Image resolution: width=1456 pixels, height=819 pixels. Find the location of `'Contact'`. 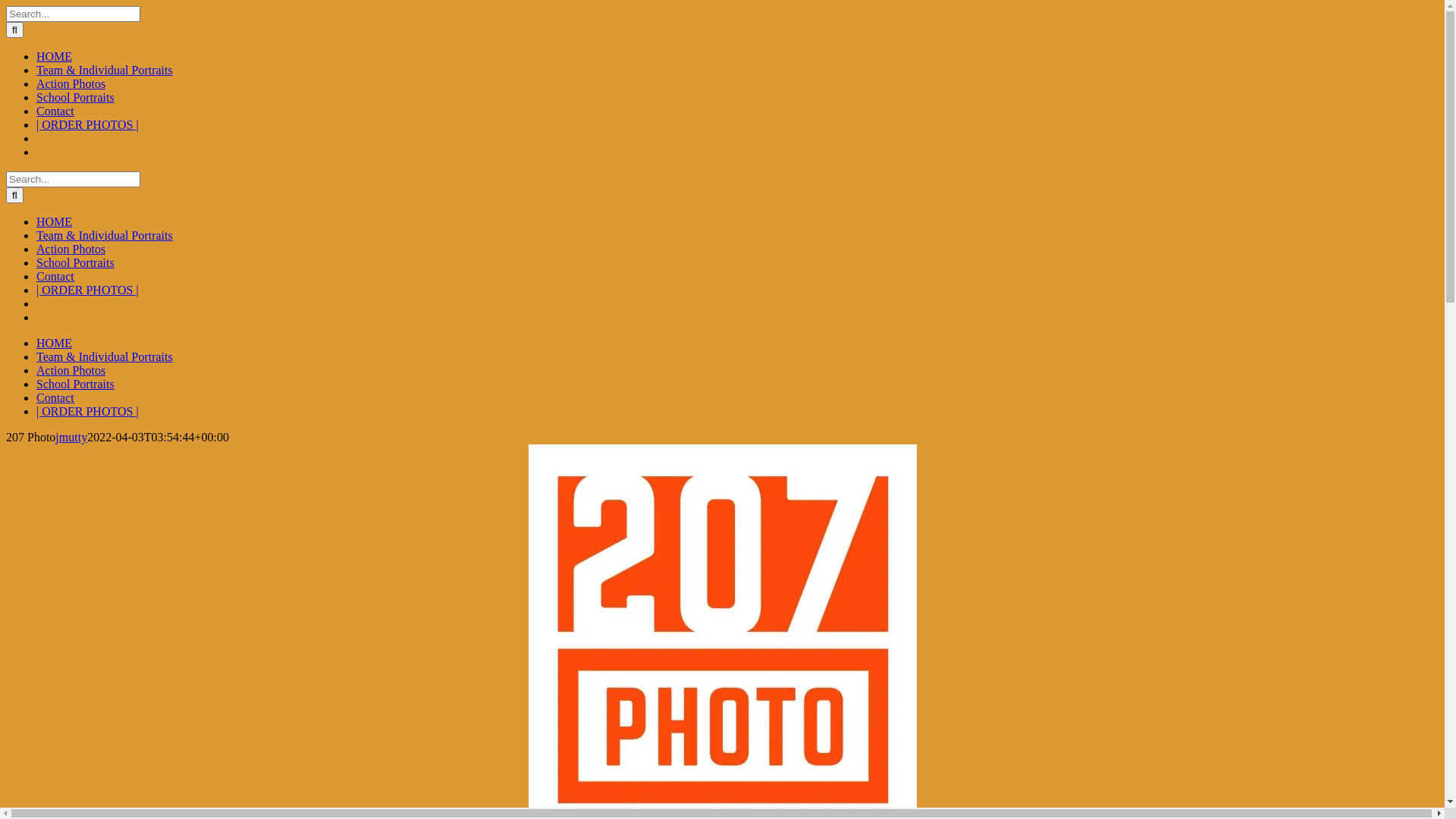

'Contact' is located at coordinates (55, 110).